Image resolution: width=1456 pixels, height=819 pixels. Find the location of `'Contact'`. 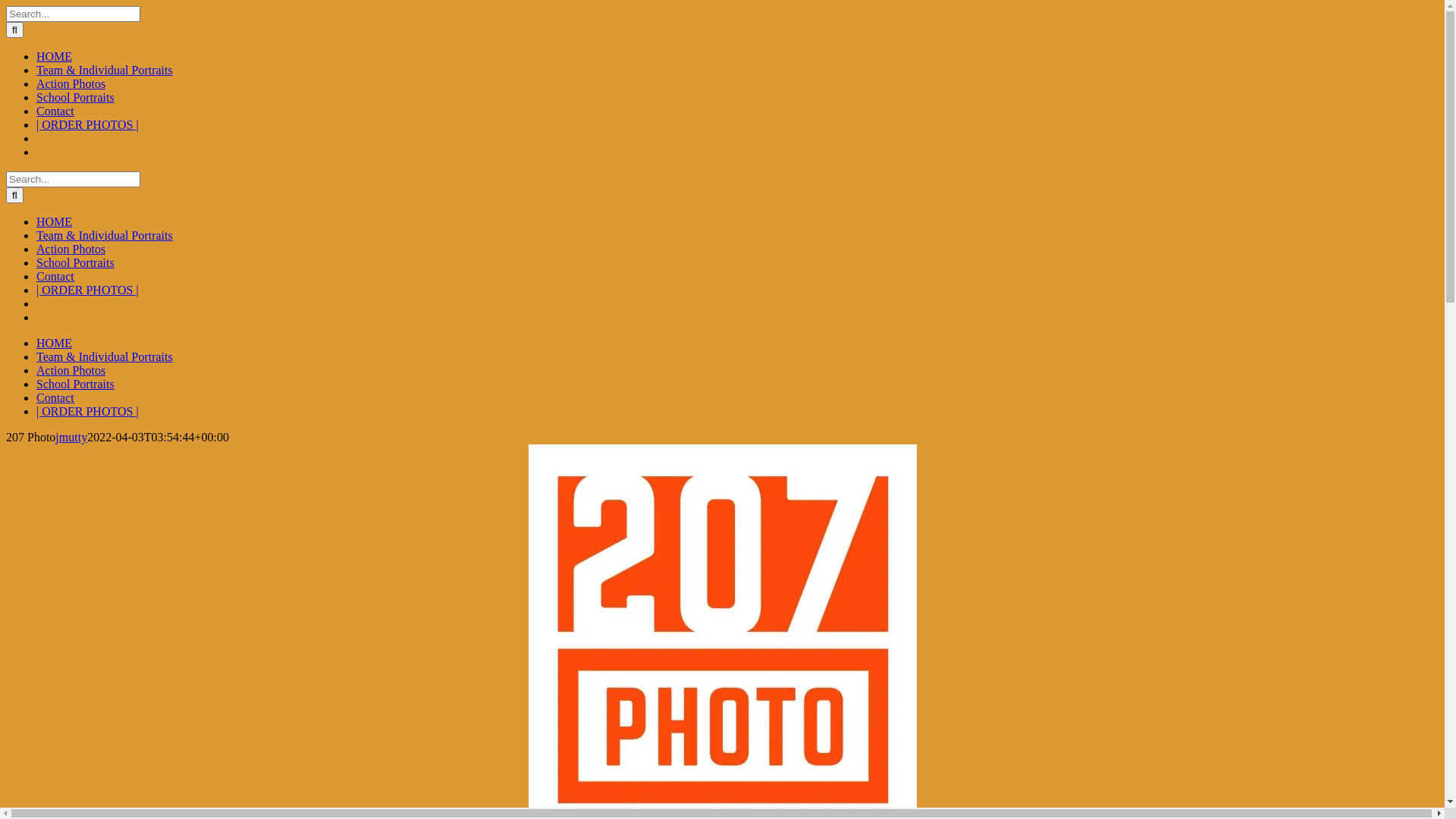

'Contact' is located at coordinates (55, 110).